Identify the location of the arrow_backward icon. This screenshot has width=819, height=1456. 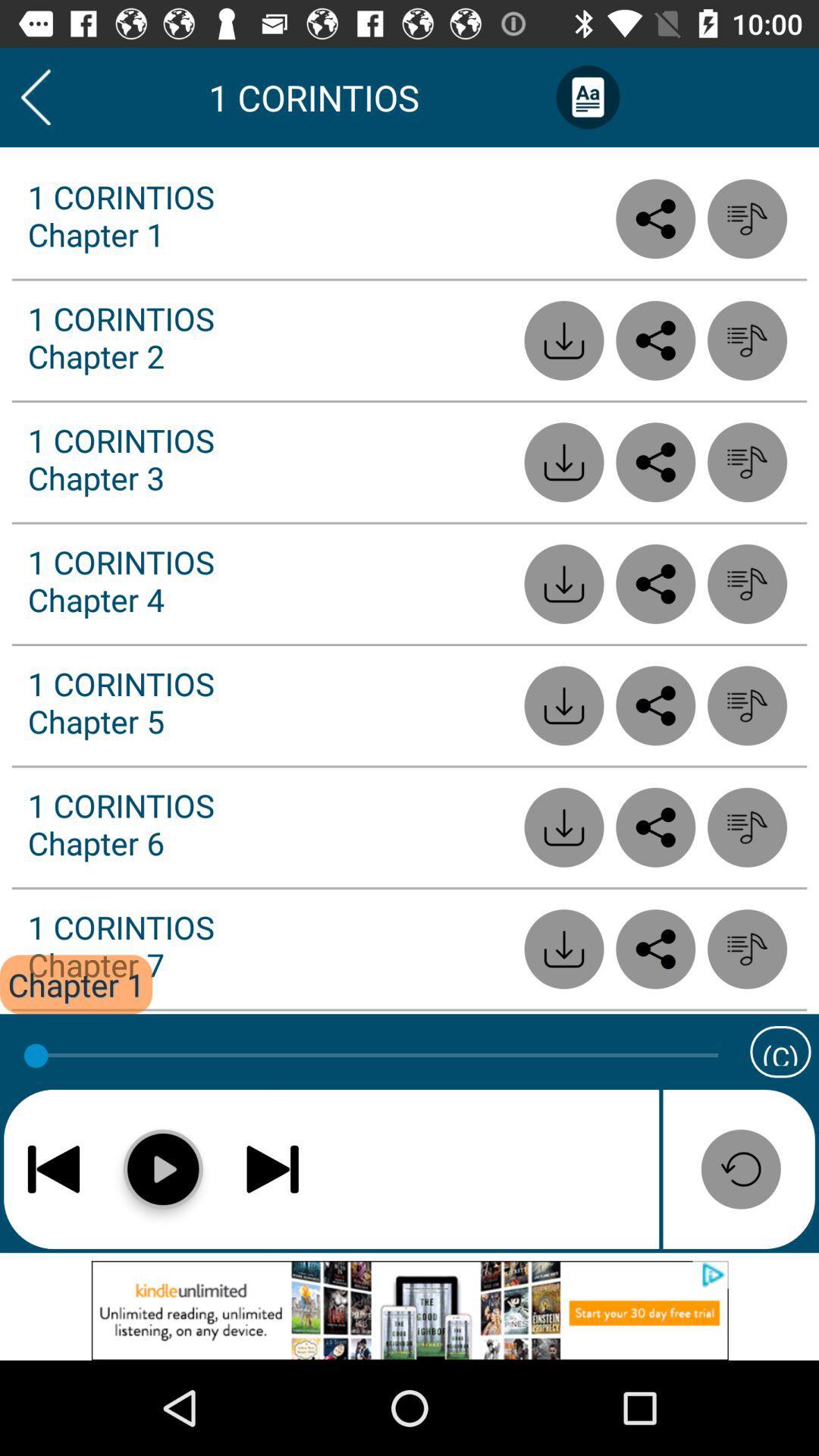
(35, 96).